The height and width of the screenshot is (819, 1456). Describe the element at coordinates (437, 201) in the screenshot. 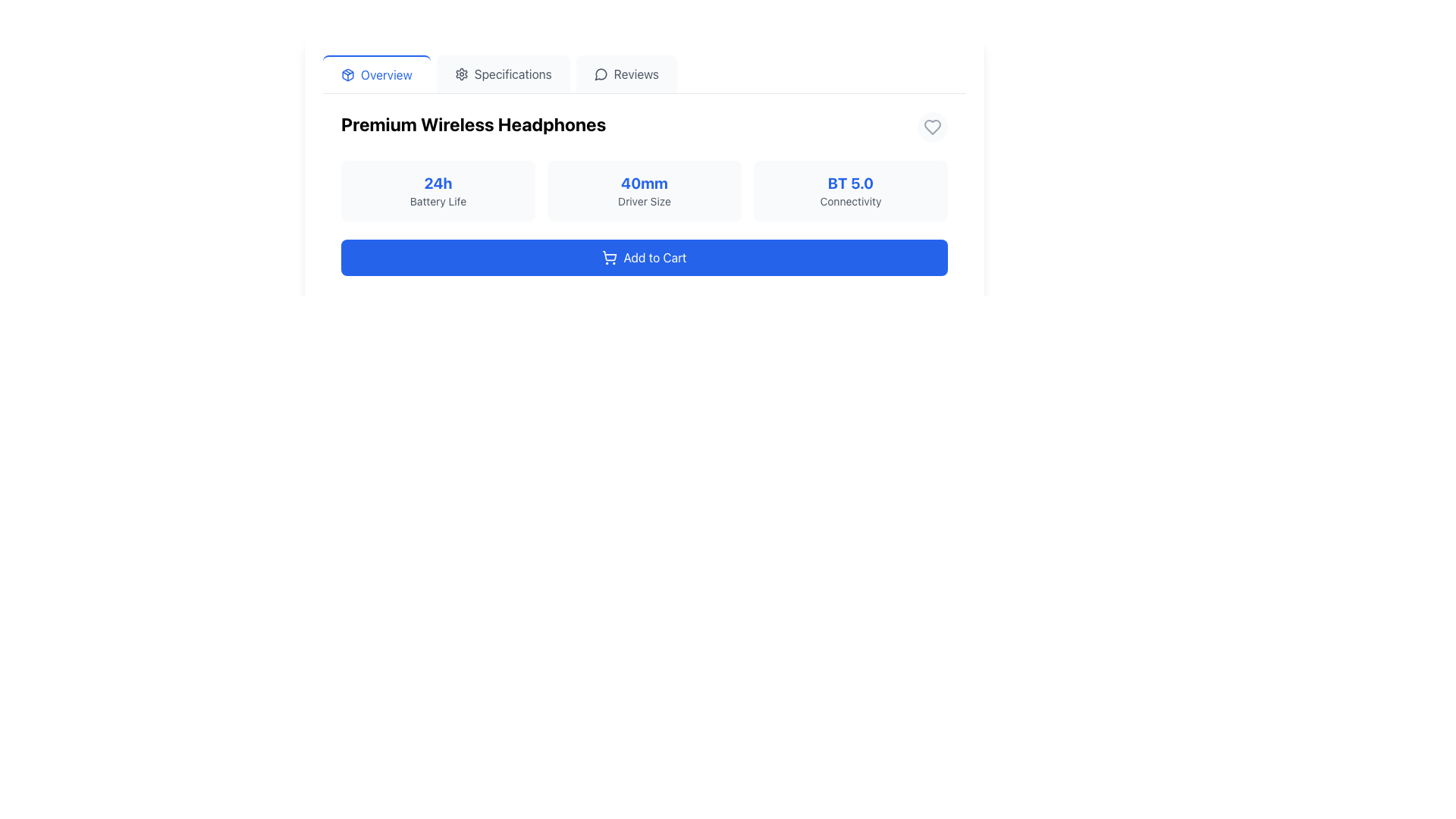

I see `the 'Battery Life' text label, which is styled in a small-sized gray font and located below the '24h' text in the leftmost card under 'Premium Wireless Headphones'` at that location.